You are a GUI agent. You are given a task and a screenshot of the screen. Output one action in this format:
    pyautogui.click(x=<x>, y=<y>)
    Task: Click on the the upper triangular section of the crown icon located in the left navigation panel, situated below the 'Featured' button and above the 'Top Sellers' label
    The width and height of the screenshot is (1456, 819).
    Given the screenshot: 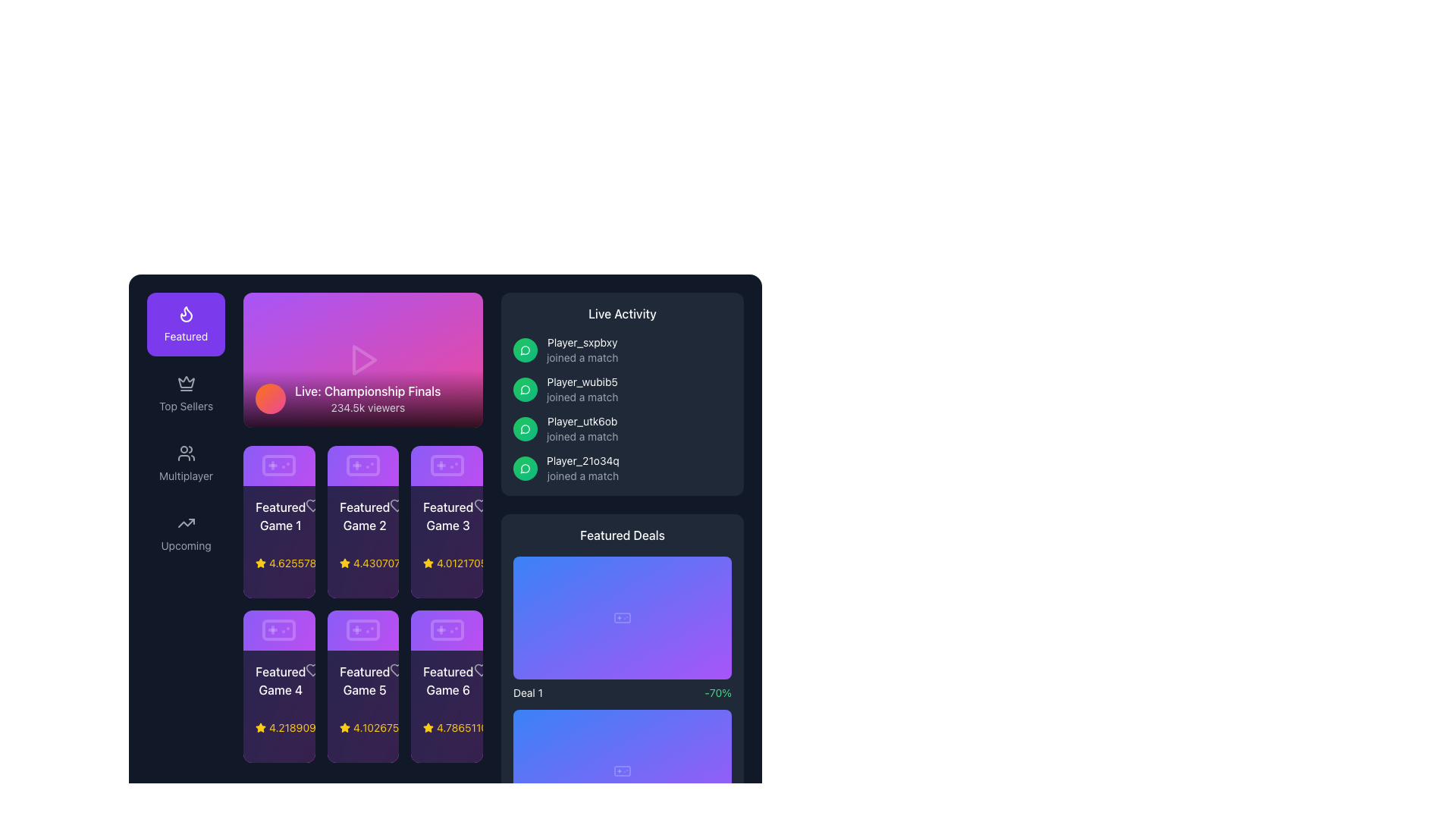 What is the action you would take?
    pyautogui.click(x=185, y=381)
    